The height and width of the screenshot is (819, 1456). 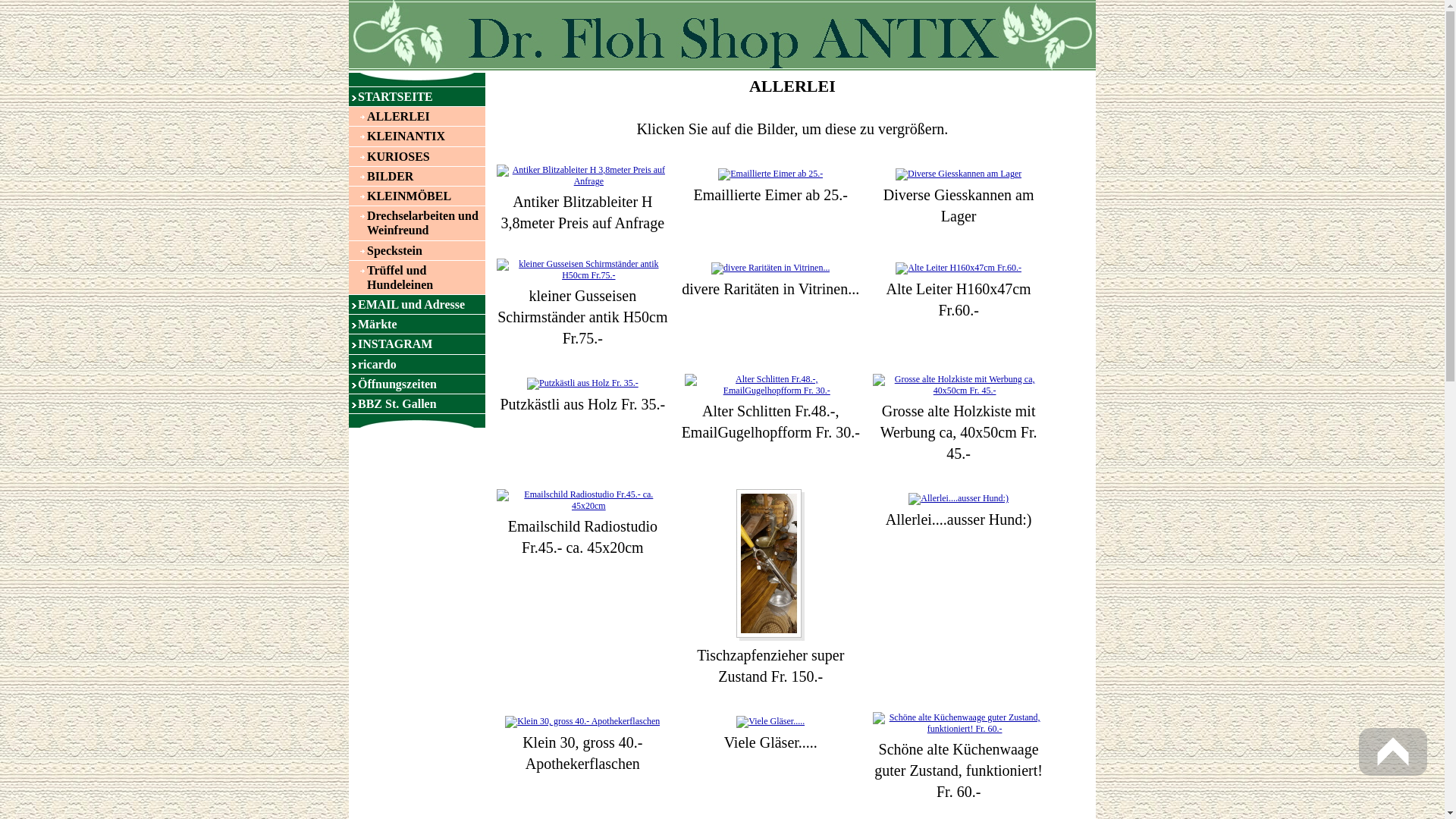 What do you see at coordinates (417, 96) in the screenshot?
I see `'STARTSEITE'` at bounding box center [417, 96].